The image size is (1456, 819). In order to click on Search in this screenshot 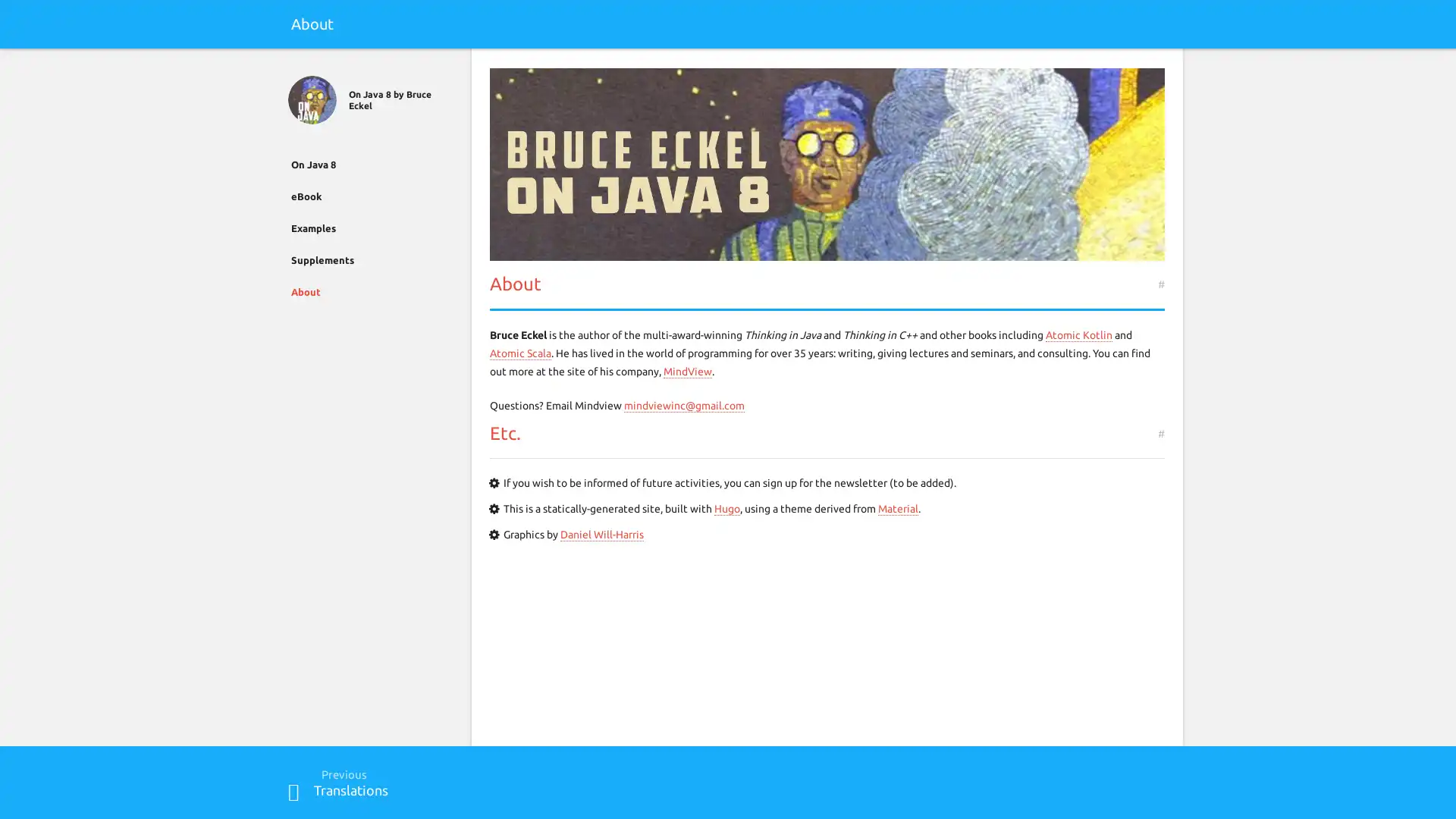, I will do `click(1161, 66)`.